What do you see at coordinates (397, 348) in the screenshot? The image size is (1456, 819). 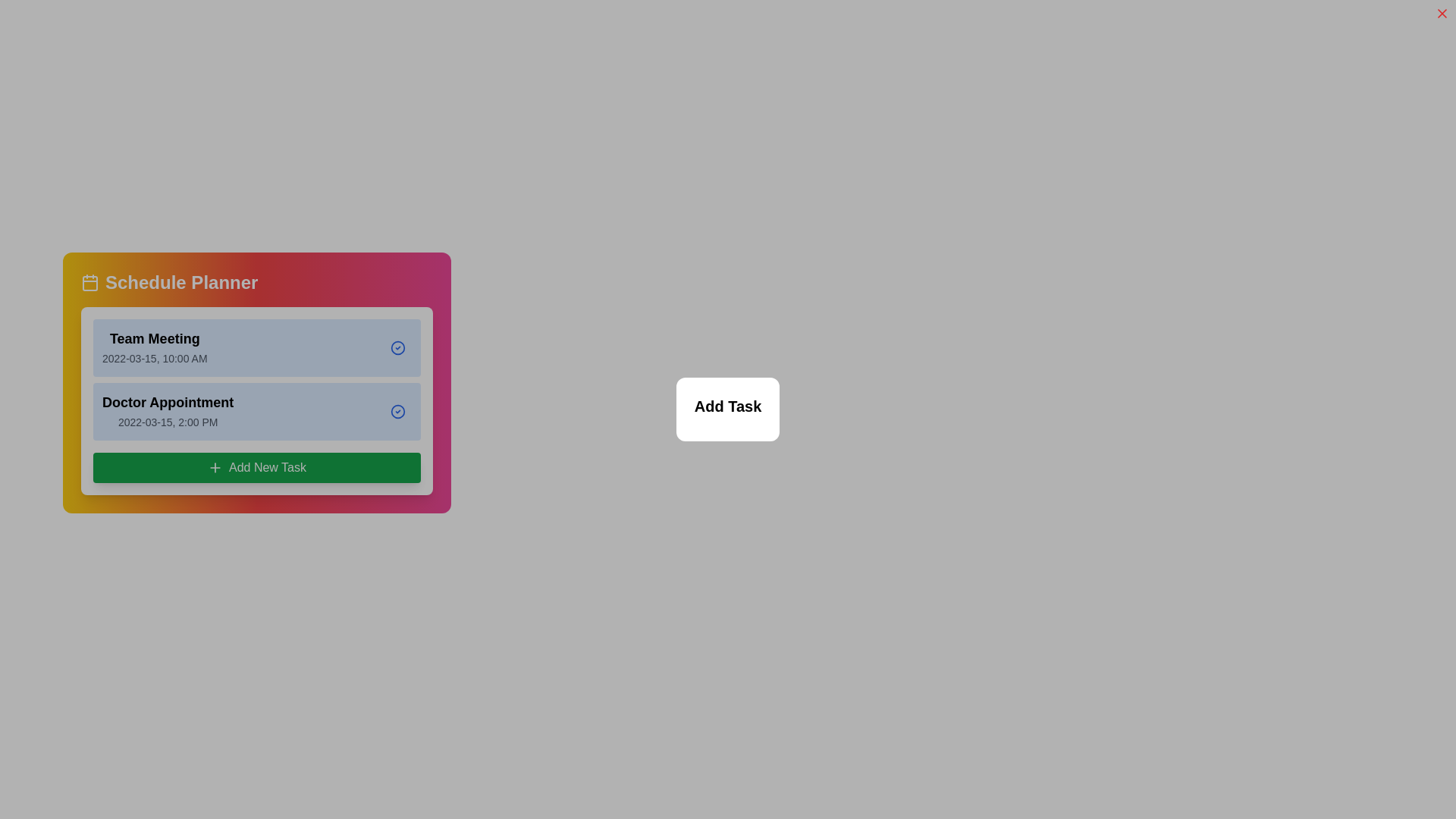 I see `the circular icon with a checkmark inside, which has a blue stroke and is positioned at the top-right of the 'Team Meeting' task card in the 'Schedule Planner' interface` at bounding box center [397, 348].